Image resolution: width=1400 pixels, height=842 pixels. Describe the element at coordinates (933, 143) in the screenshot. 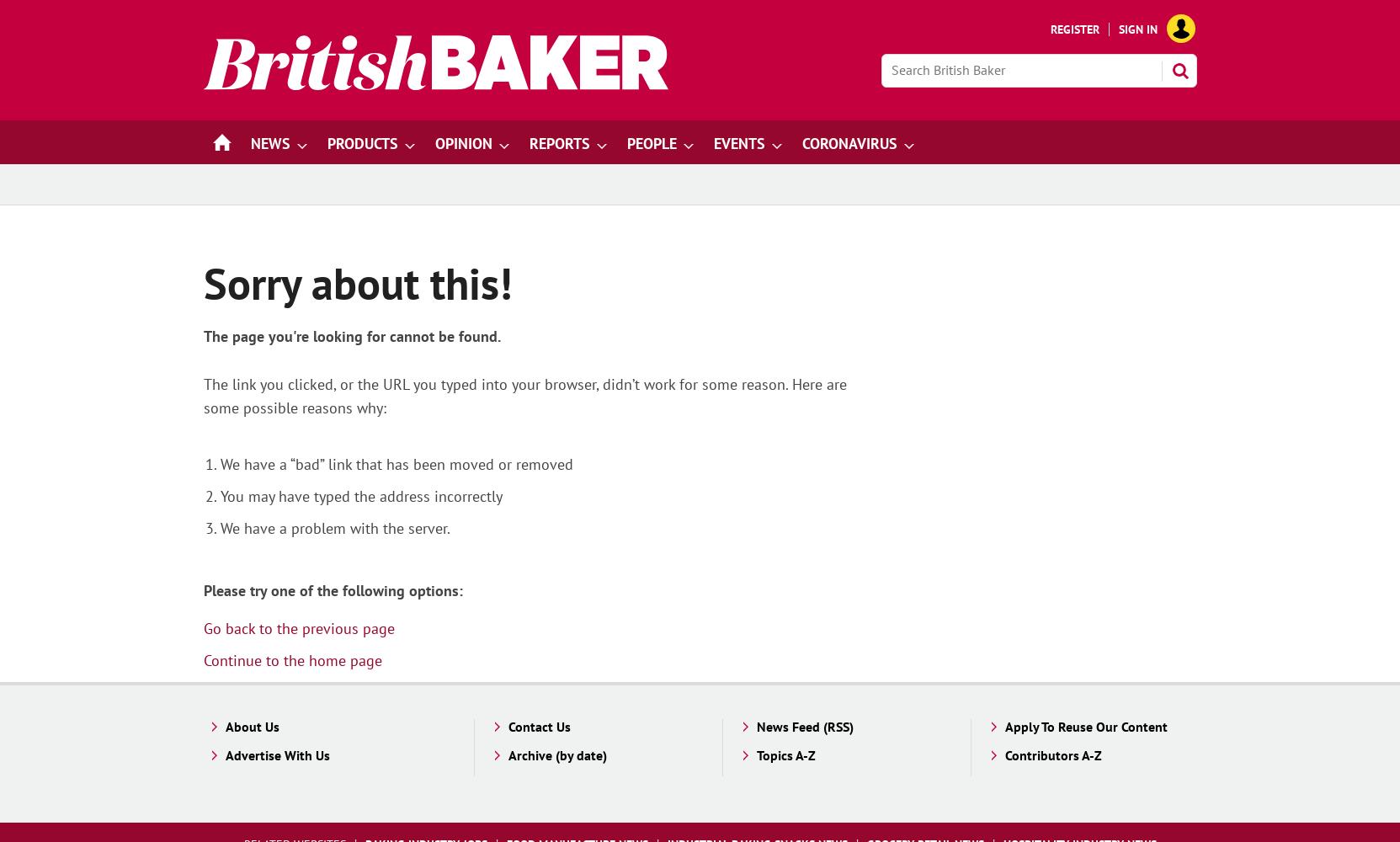

I see `'More from'` at that location.